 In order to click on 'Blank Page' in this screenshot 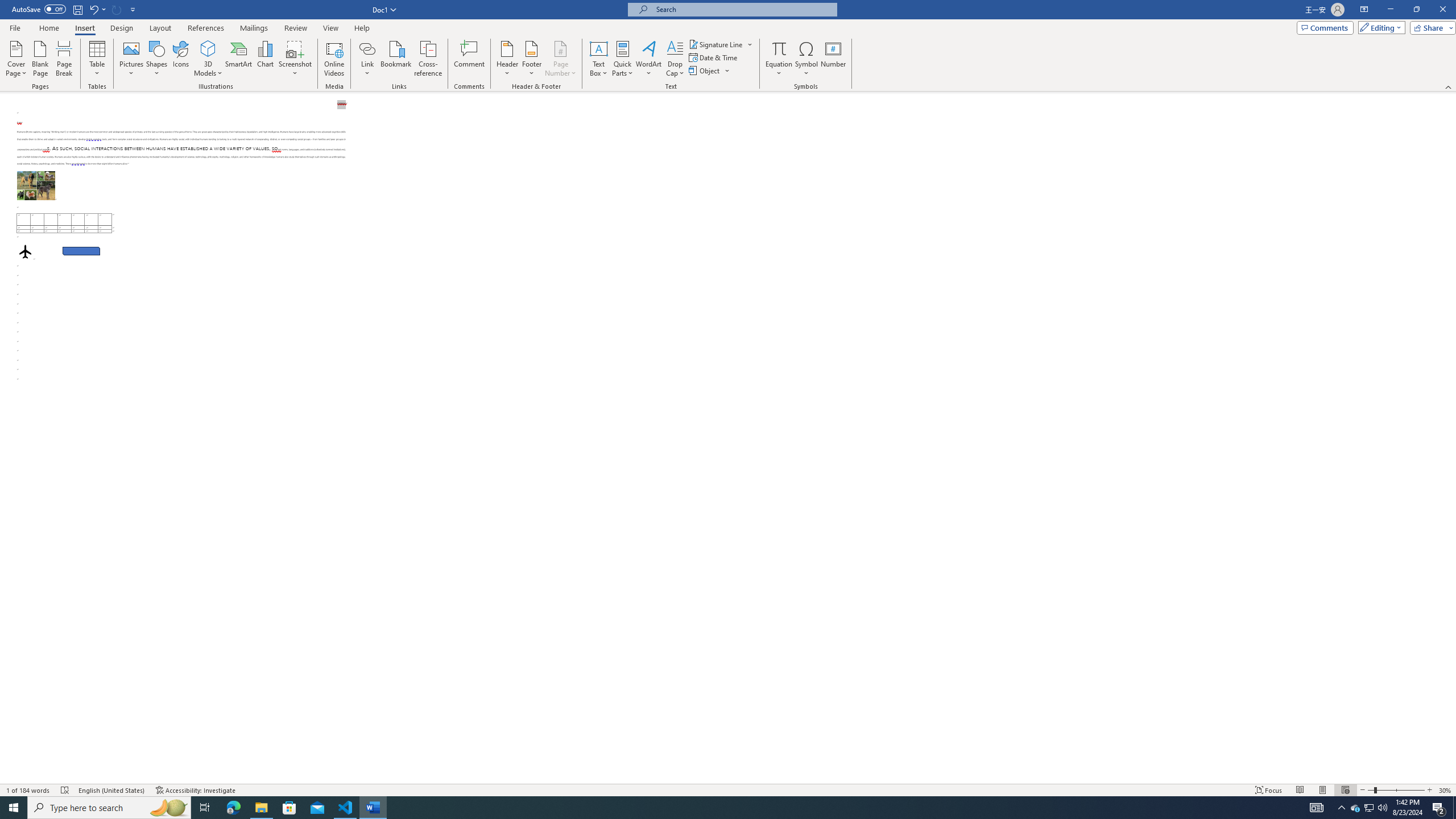, I will do `click(40, 59)`.